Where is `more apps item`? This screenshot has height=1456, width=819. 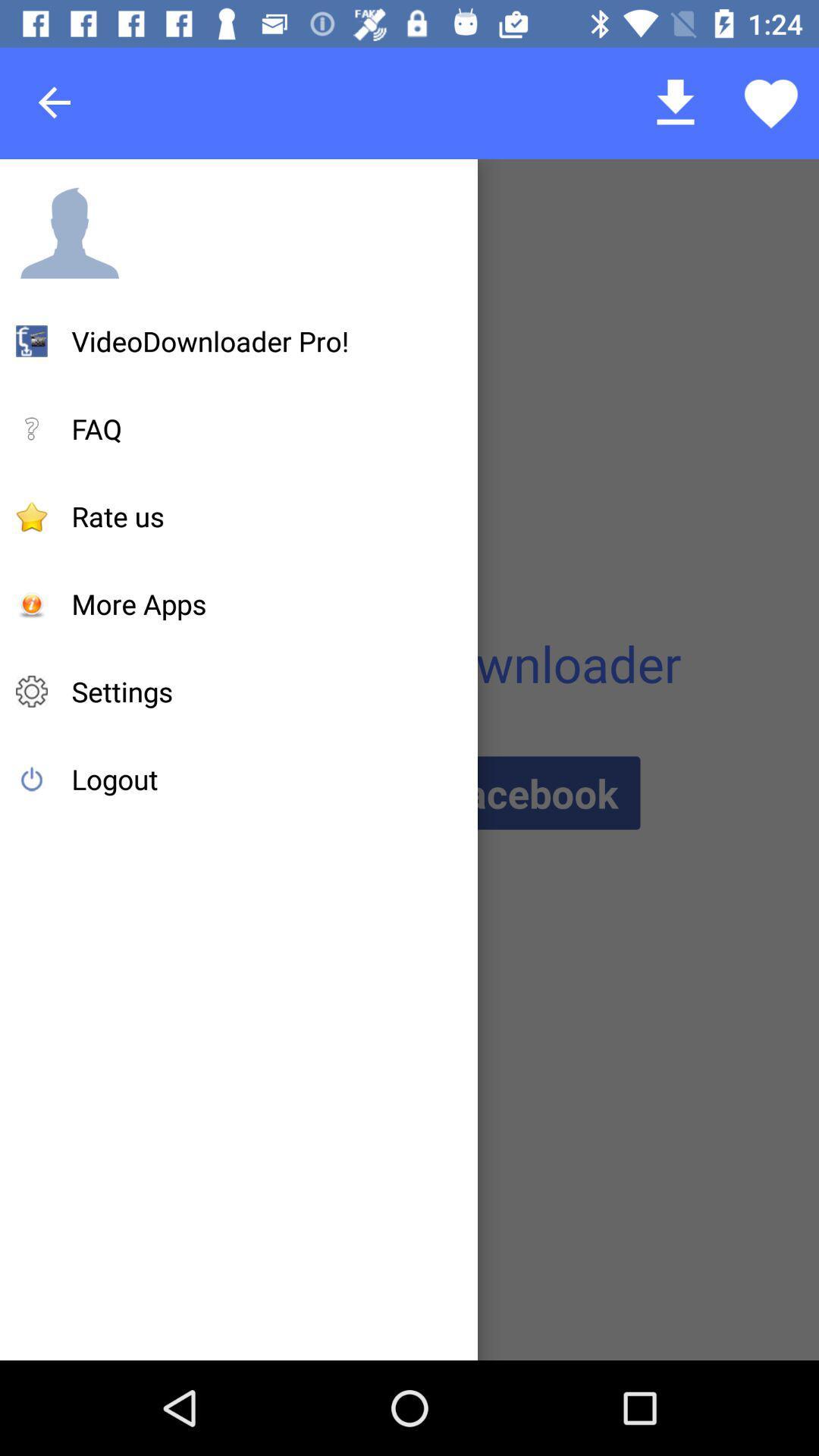 more apps item is located at coordinates (139, 603).